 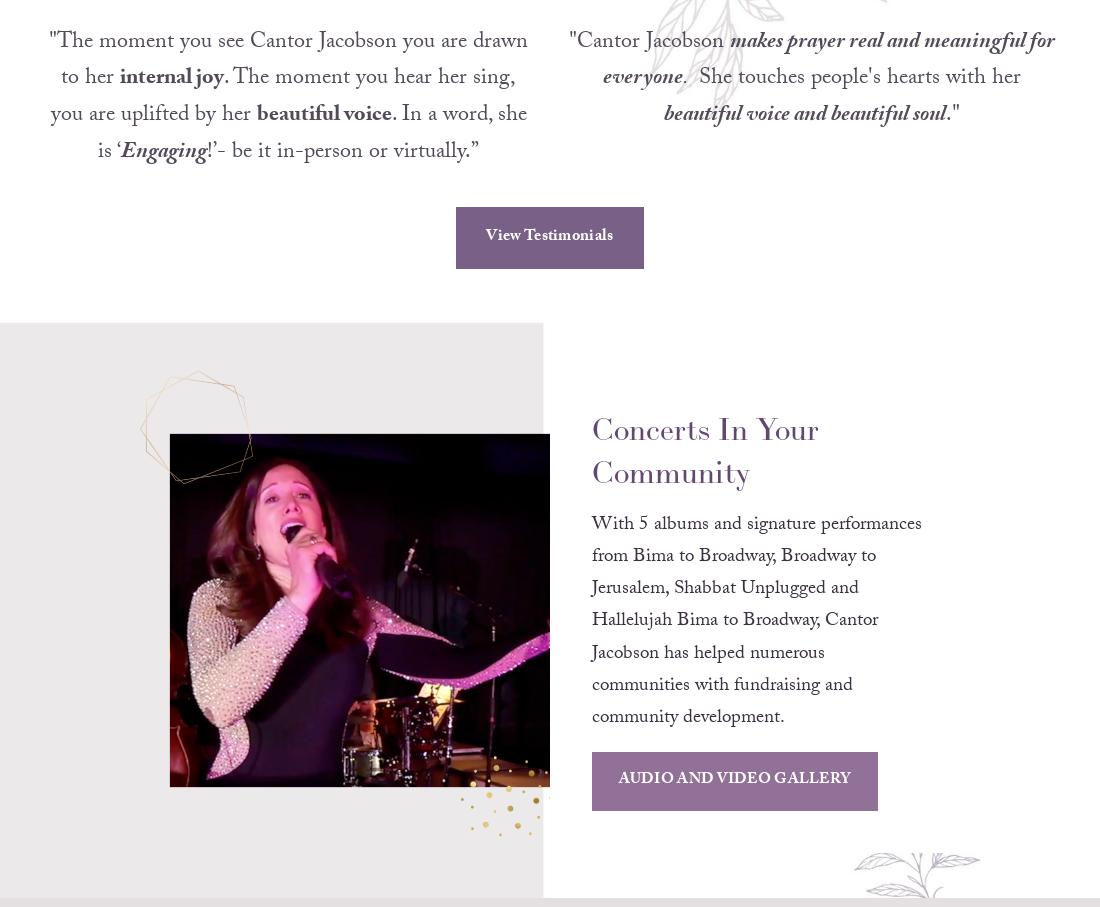 What do you see at coordinates (733, 806) in the screenshot?
I see `'AUDIO AND VIDEO GALLERY'` at bounding box center [733, 806].